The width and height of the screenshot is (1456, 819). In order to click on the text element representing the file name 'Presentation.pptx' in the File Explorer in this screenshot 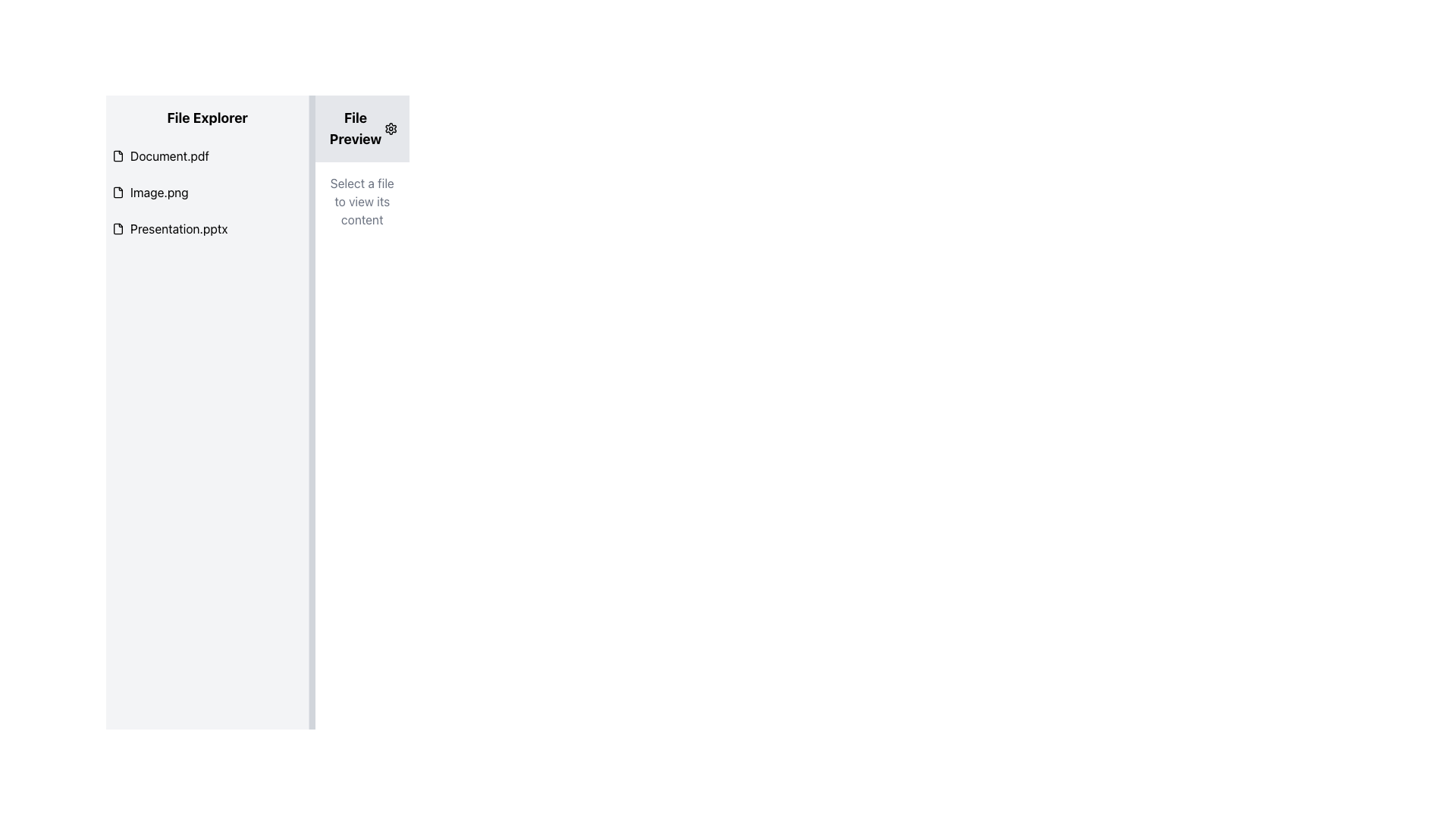, I will do `click(179, 228)`.